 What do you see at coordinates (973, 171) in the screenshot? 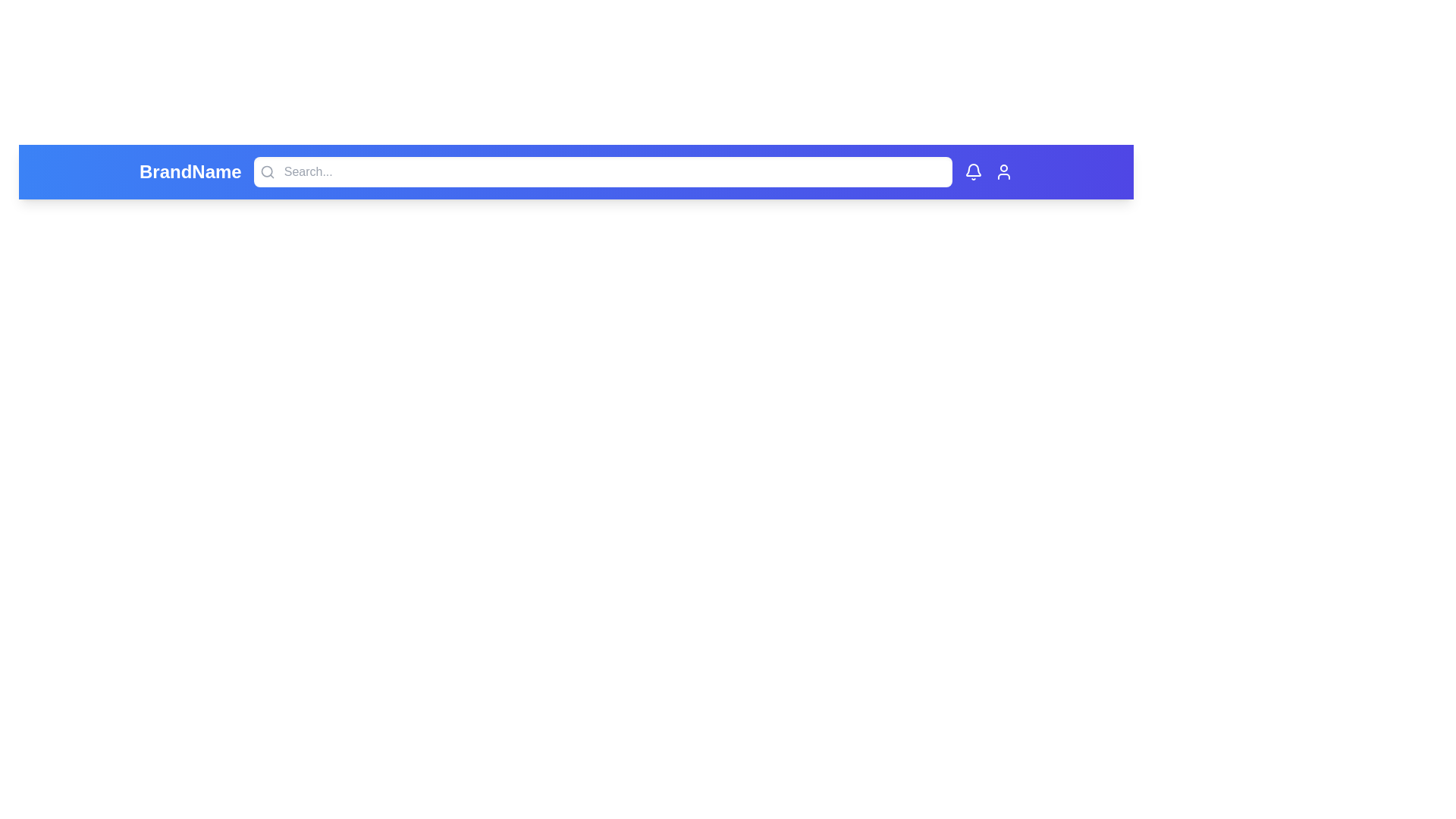
I see `the bell icon in the EnhancedAppBar component` at bounding box center [973, 171].